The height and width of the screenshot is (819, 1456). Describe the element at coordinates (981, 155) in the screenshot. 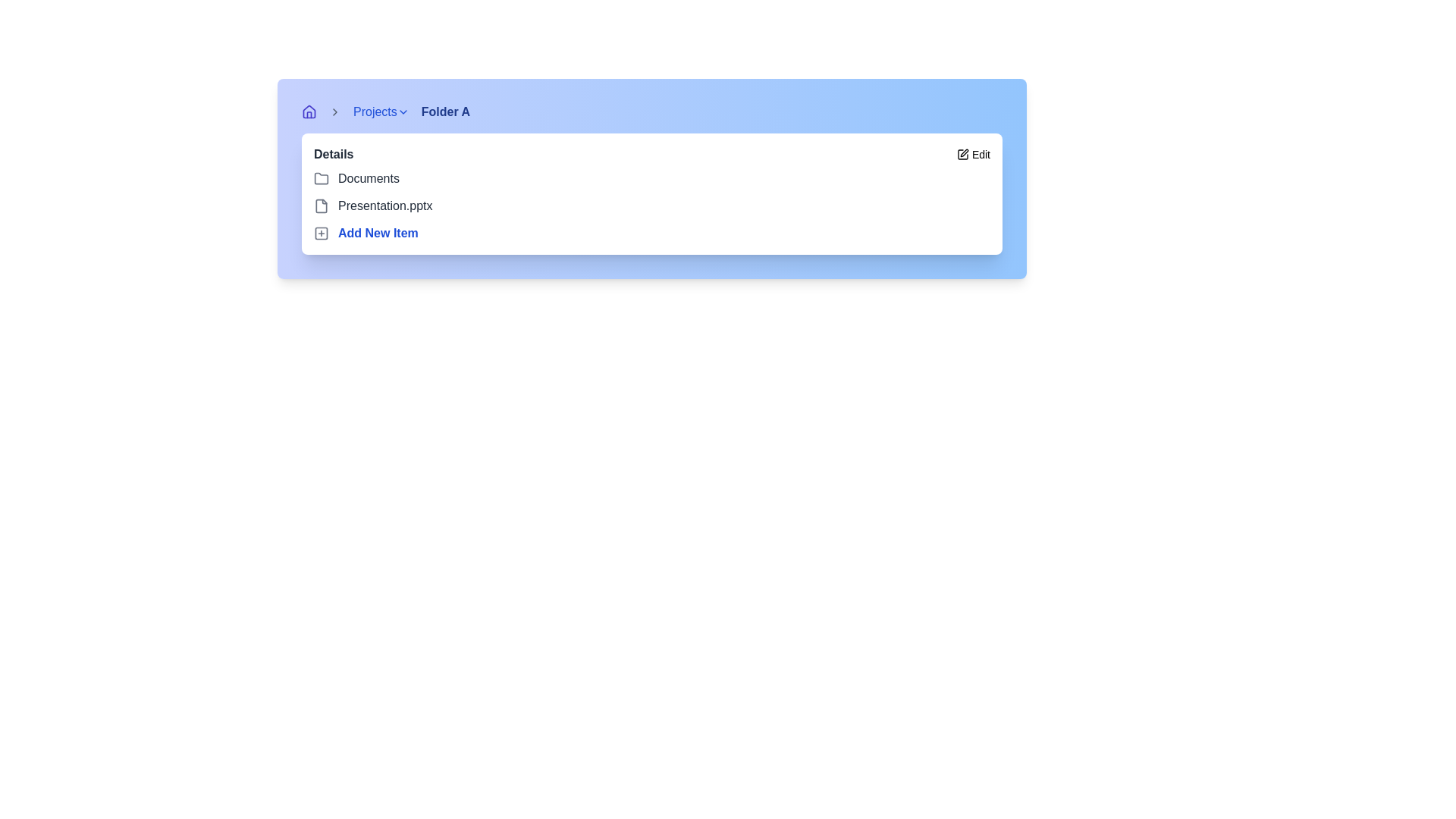

I see `the 'Edit' button, which features the text 'Edit' and an icon of a square with a pen, located in the top-right section of a white panel with a light blue background` at that location.